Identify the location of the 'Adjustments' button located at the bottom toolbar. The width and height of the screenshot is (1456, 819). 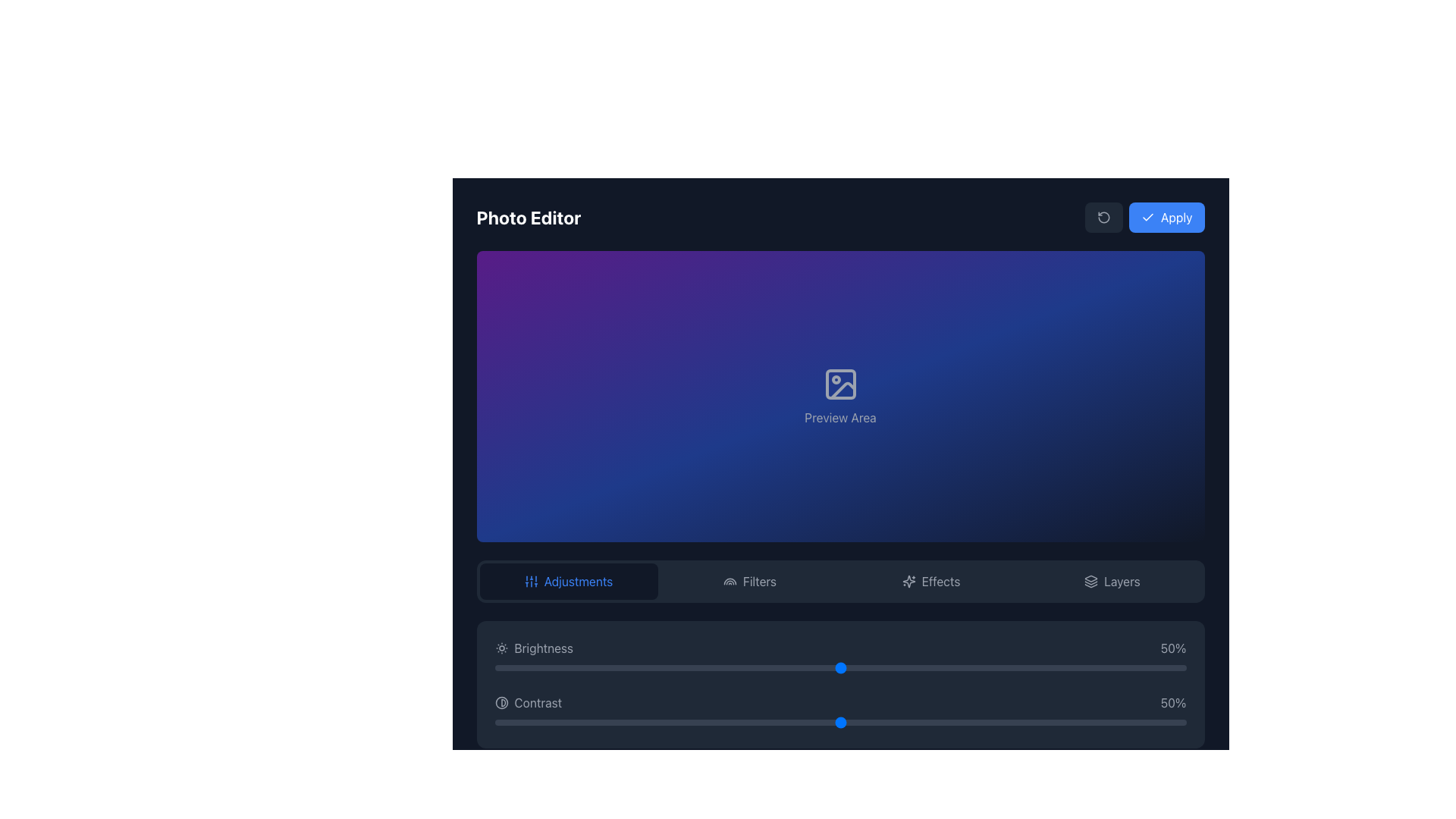
(567, 581).